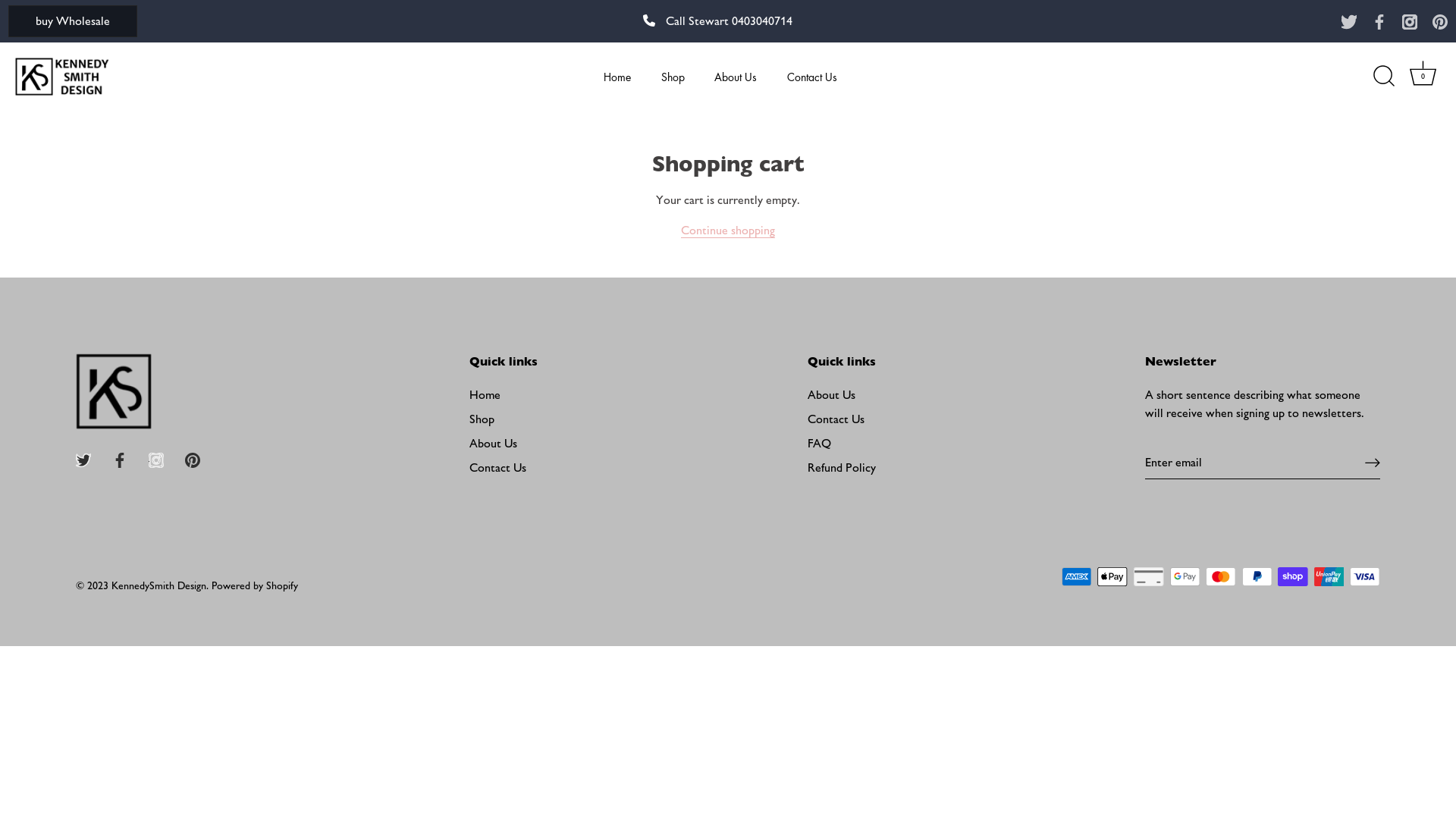 The height and width of the screenshot is (819, 1456). Describe the element at coordinates (679, 231) in the screenshot. I see `'Continue shopping'` at that location.